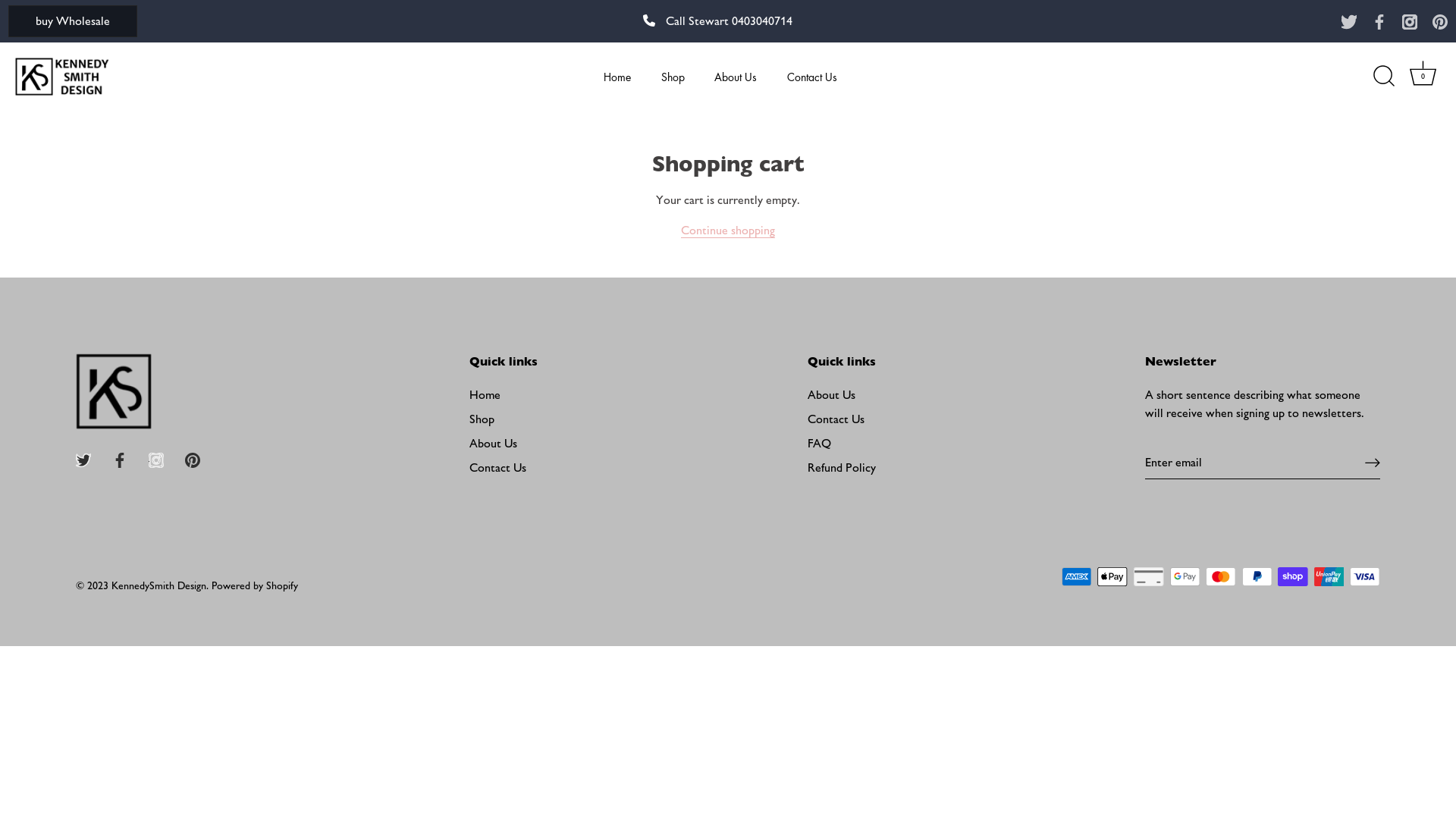 The height and width of the screenshot is (819, 1456). Describe the element at coordinates (679, 231) in the screenshot. I see `'Continue shopping'` at that location.